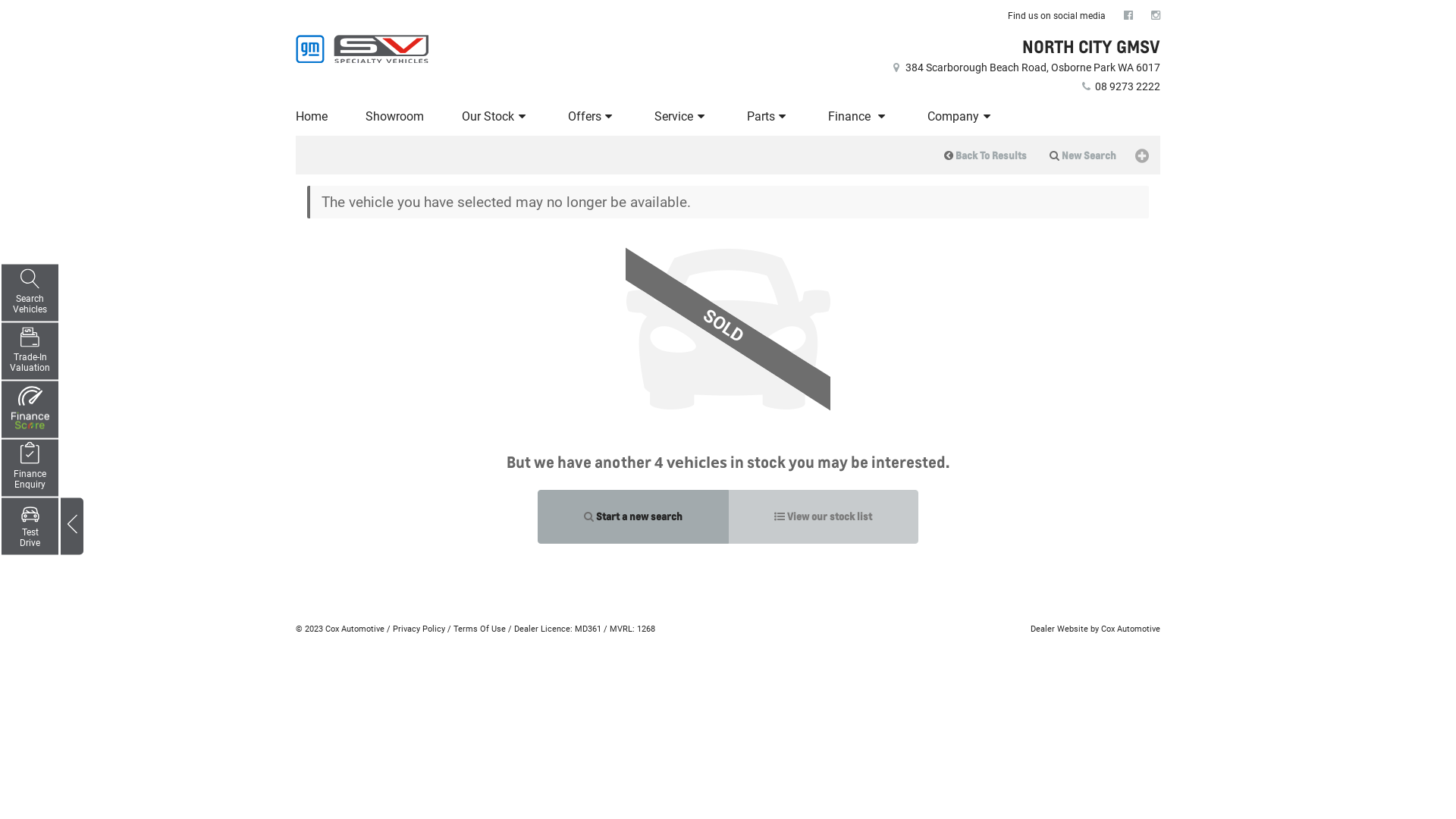 Image resolution: width=1456 pixels, height=819 pixels. I want to click on 'Back To Results', so click(985, 155).